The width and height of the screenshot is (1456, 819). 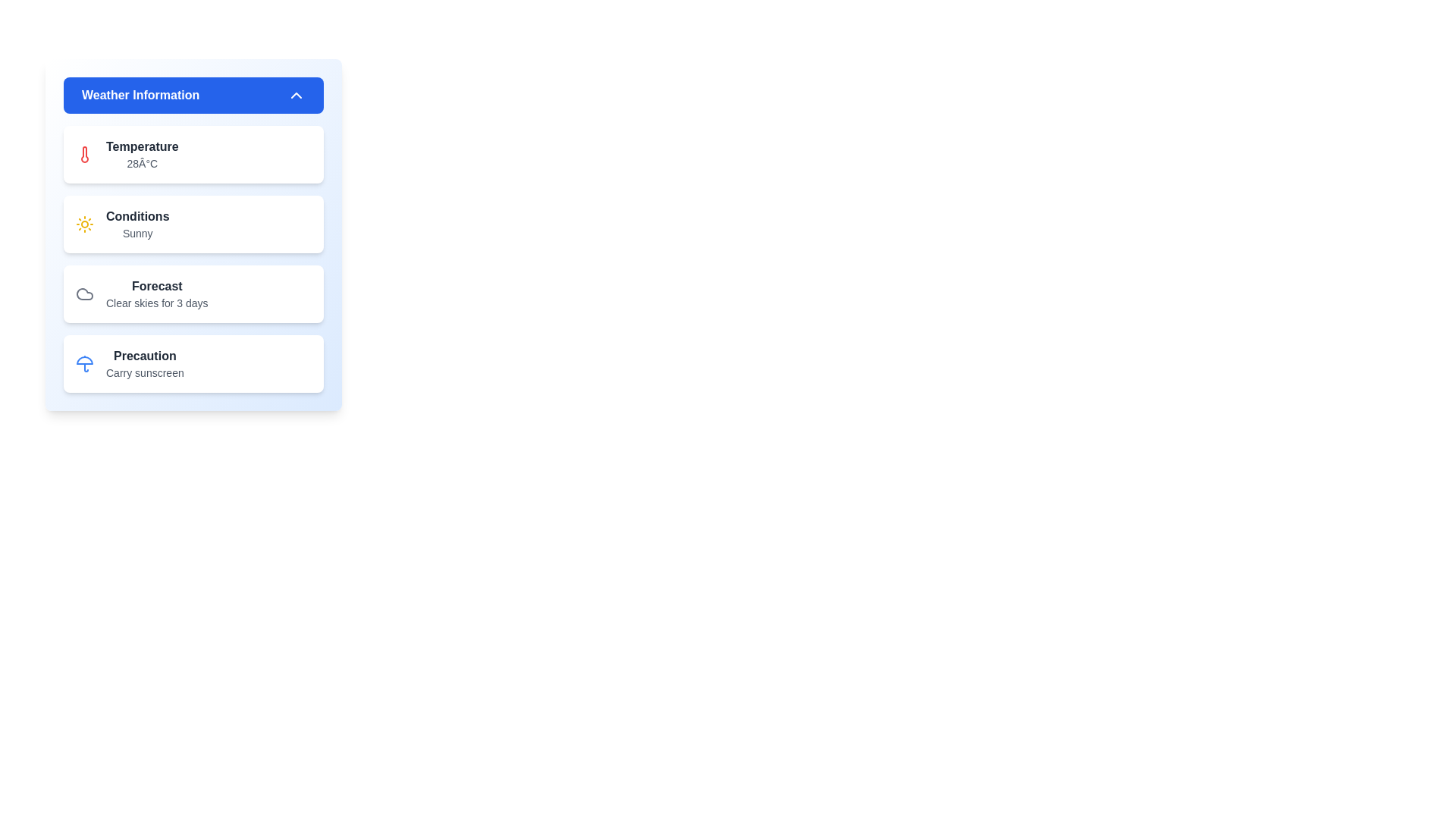 What do you see at coordinates (137, 234) in the screenshot?
I see `the text label displaying the word 'Sunny' in gray, located below the 'Conditions' label in the Weather Information panel` at bounding box center [137, 234].